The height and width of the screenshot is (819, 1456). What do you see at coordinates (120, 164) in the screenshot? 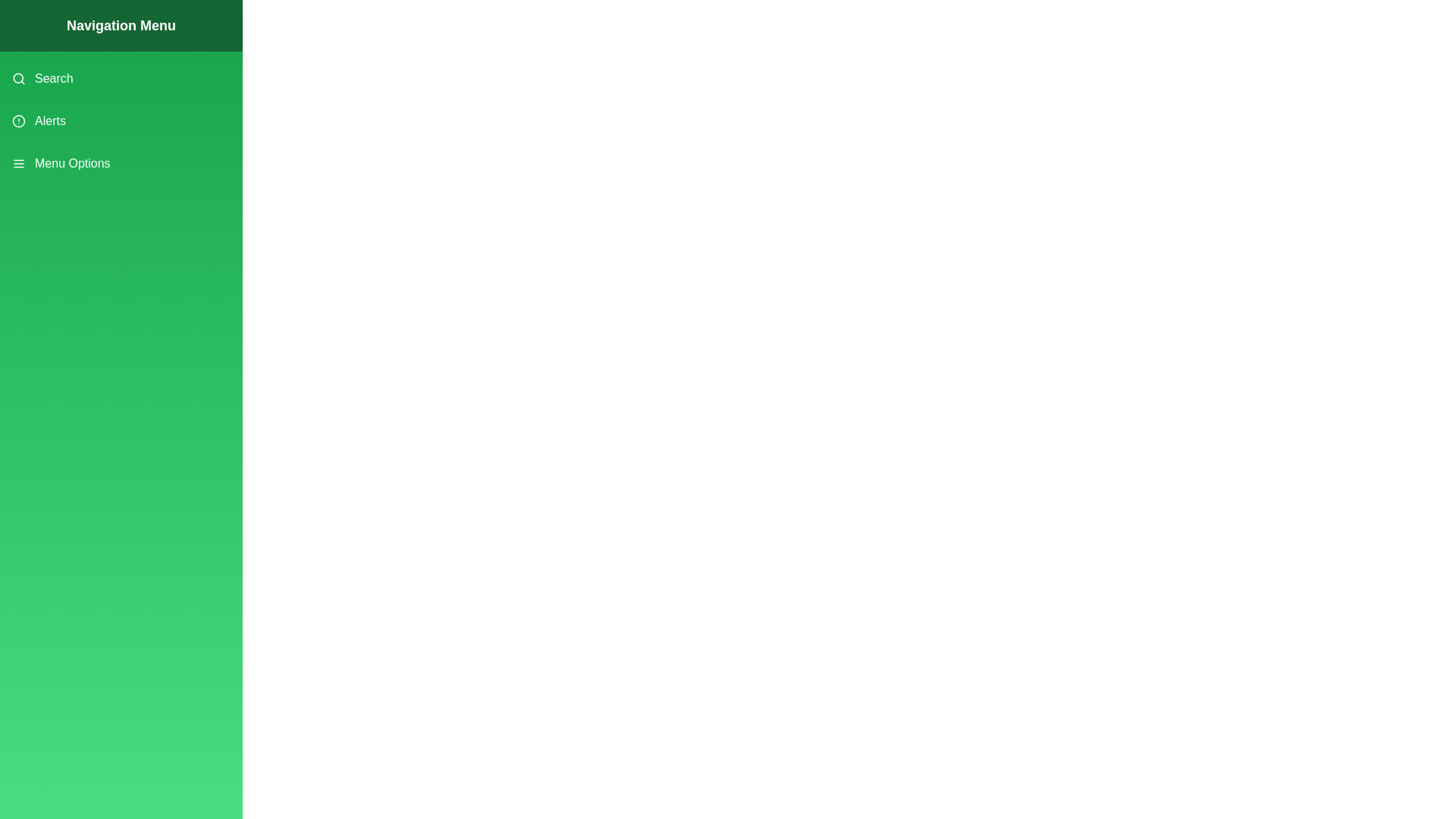
I see `the menu item Menu Options to observe its hover effect` at bounding box center [120, 164].